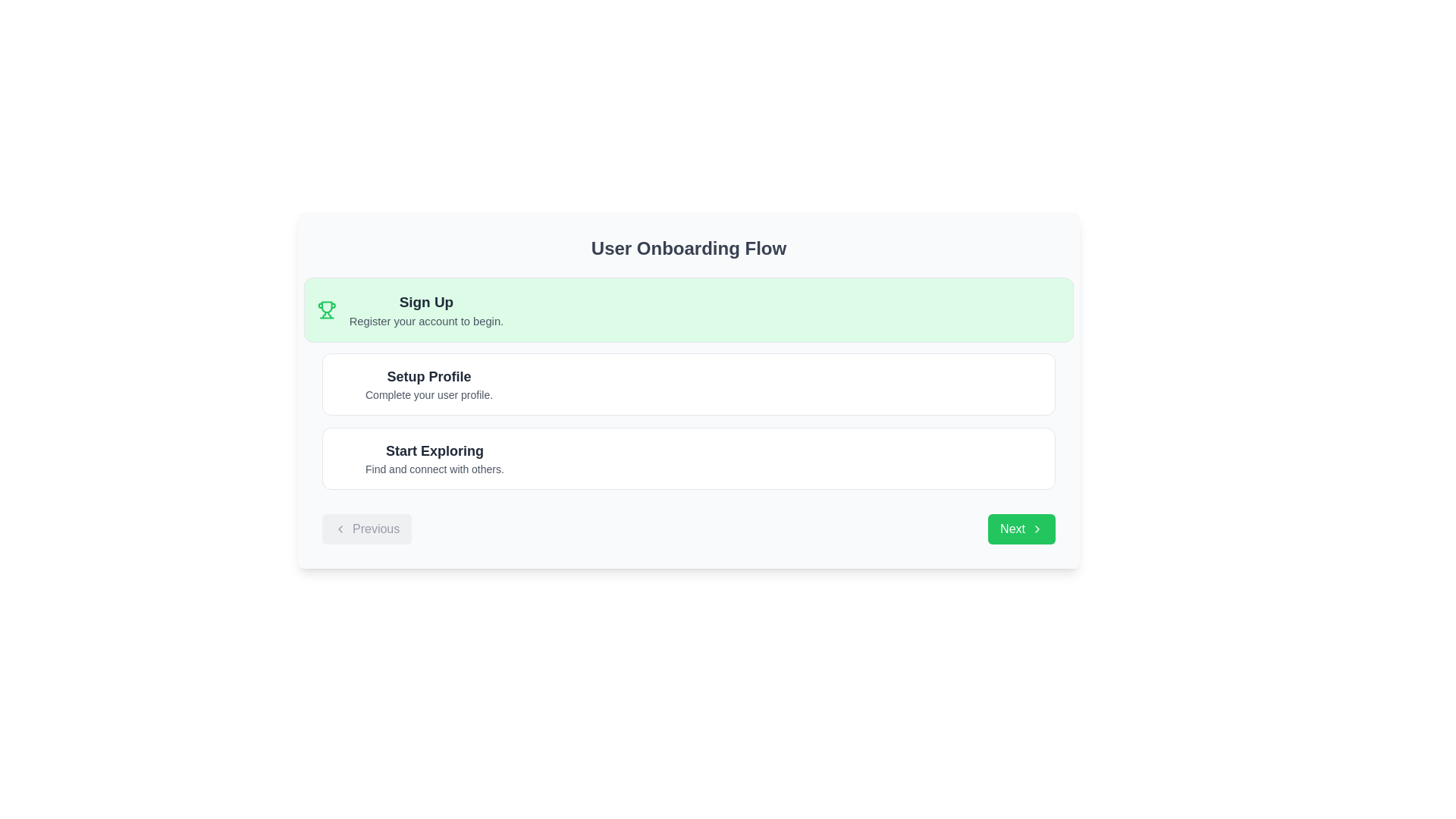 Image resolution: width=1456 pixels, height=819 pixels. Describe the element at coordinates (428, 376) in the screenshot. I see `the Label/Heading text that introduces the profile setup process, located below the 'Sign Up' section and above the subtitle 'Complete your user profile.'` at that location.